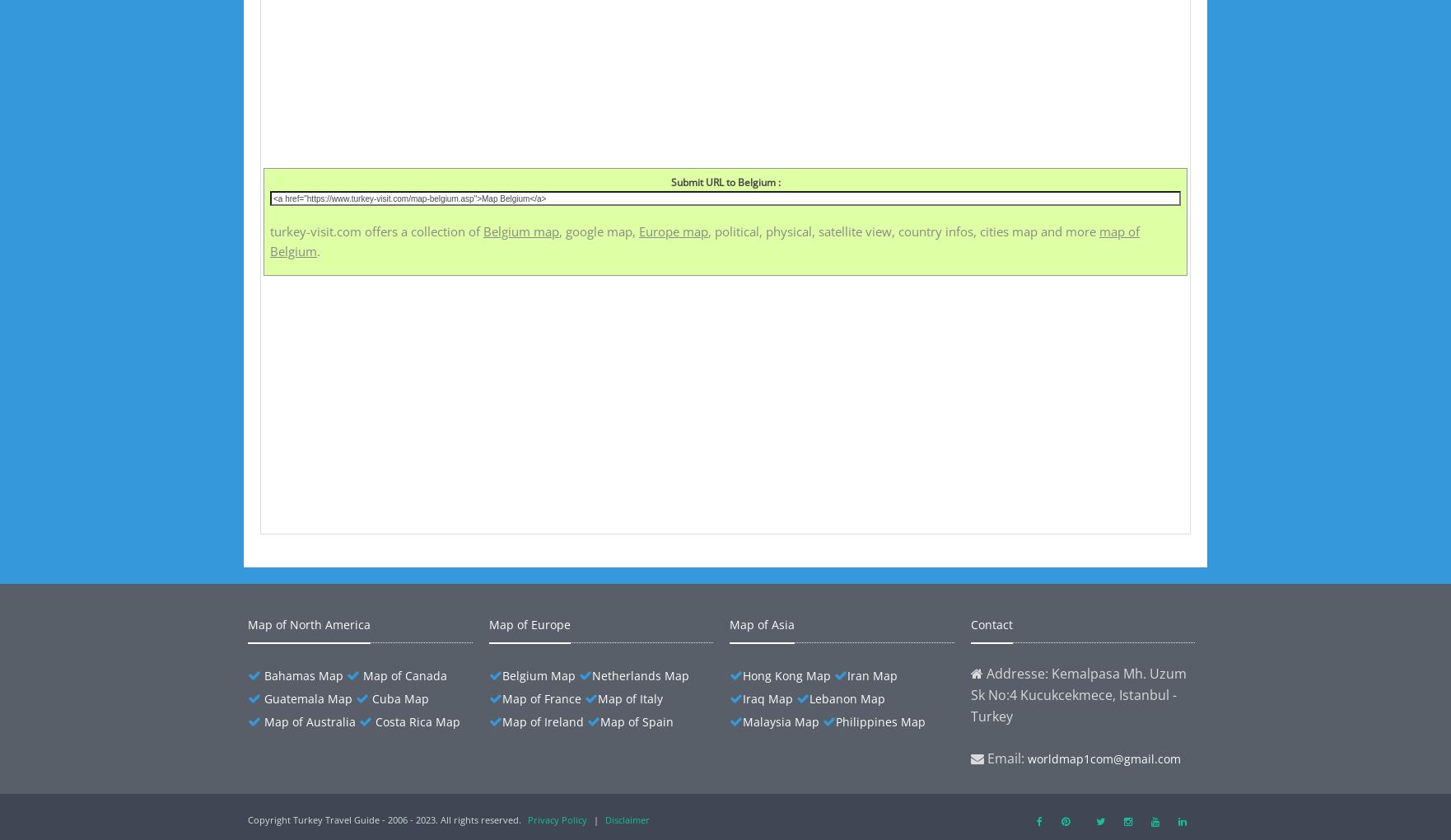  Describe the element at coordinates (303, 675) in the screenshot. I see `'Bahamas Map'` at that location.